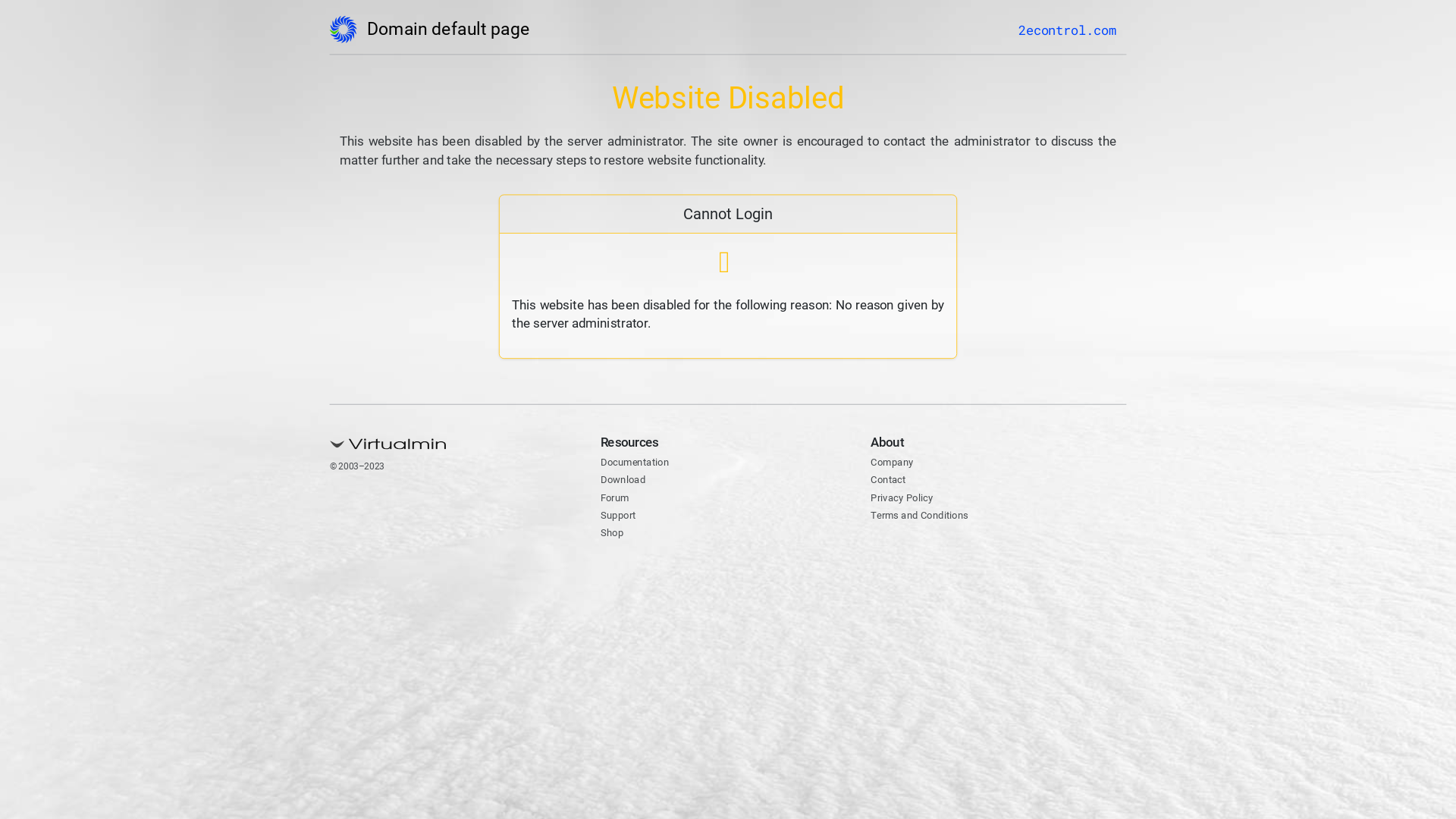  What do you see at coordinates (870, 463) in the screenshot?
I see `'Company'` at bounding box center [870, 463].